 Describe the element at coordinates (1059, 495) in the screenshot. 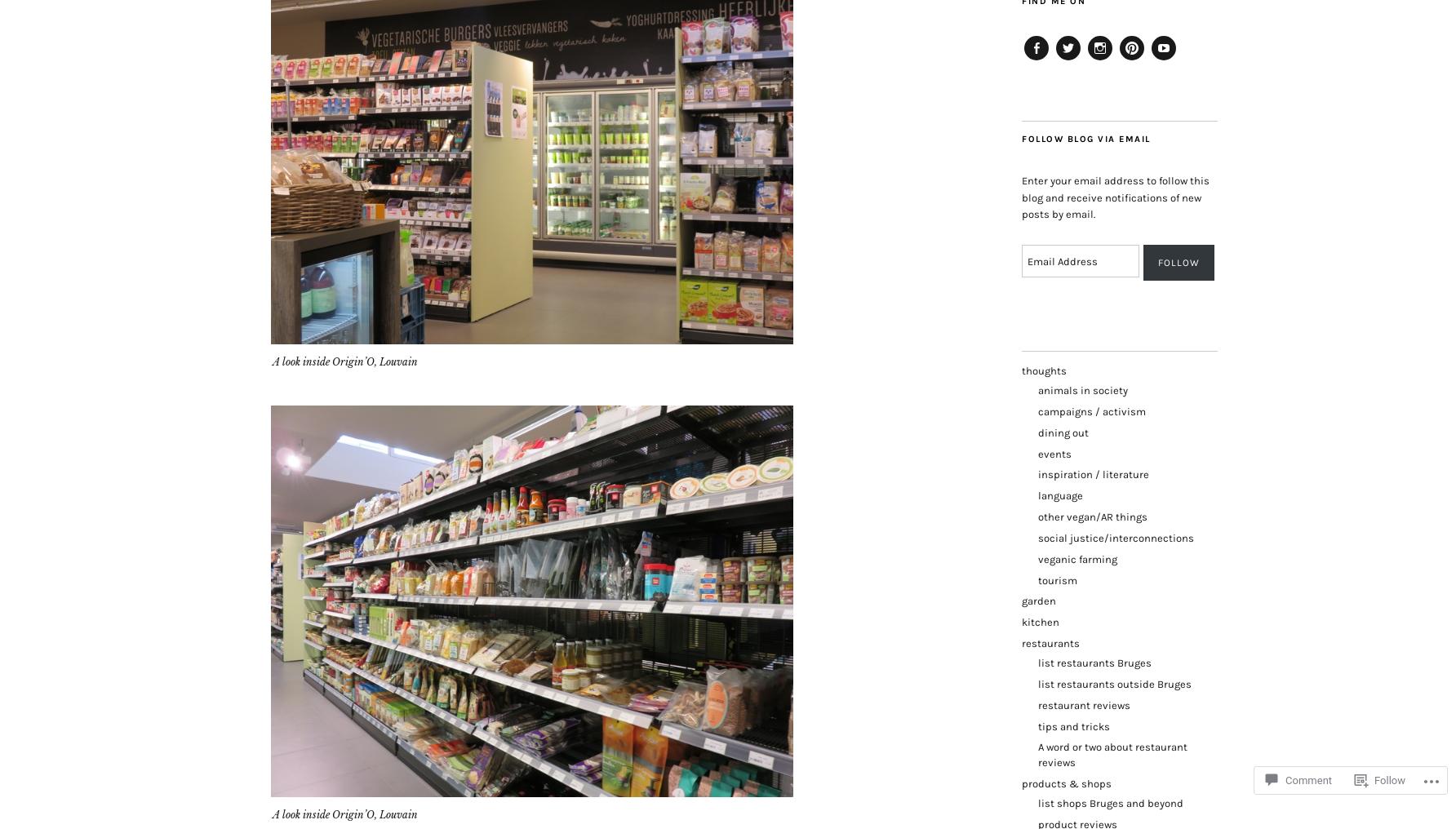

I see `'language'` at that location.